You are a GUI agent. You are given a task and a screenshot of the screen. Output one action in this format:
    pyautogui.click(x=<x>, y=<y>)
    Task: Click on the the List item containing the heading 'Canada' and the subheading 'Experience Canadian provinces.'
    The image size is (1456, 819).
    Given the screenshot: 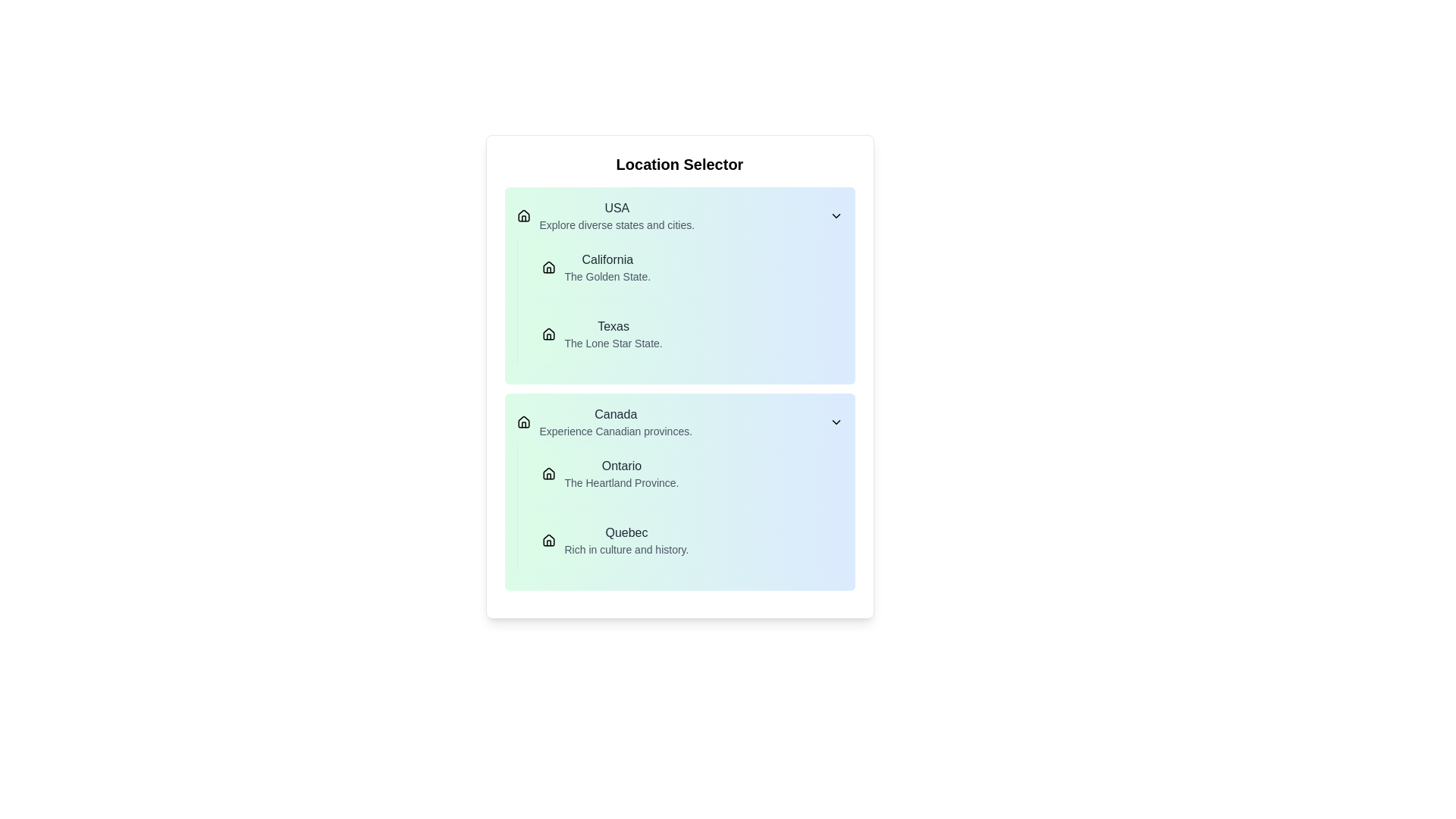 What is the action you would take?
    pyautogui.click(x=679, y=422)
    